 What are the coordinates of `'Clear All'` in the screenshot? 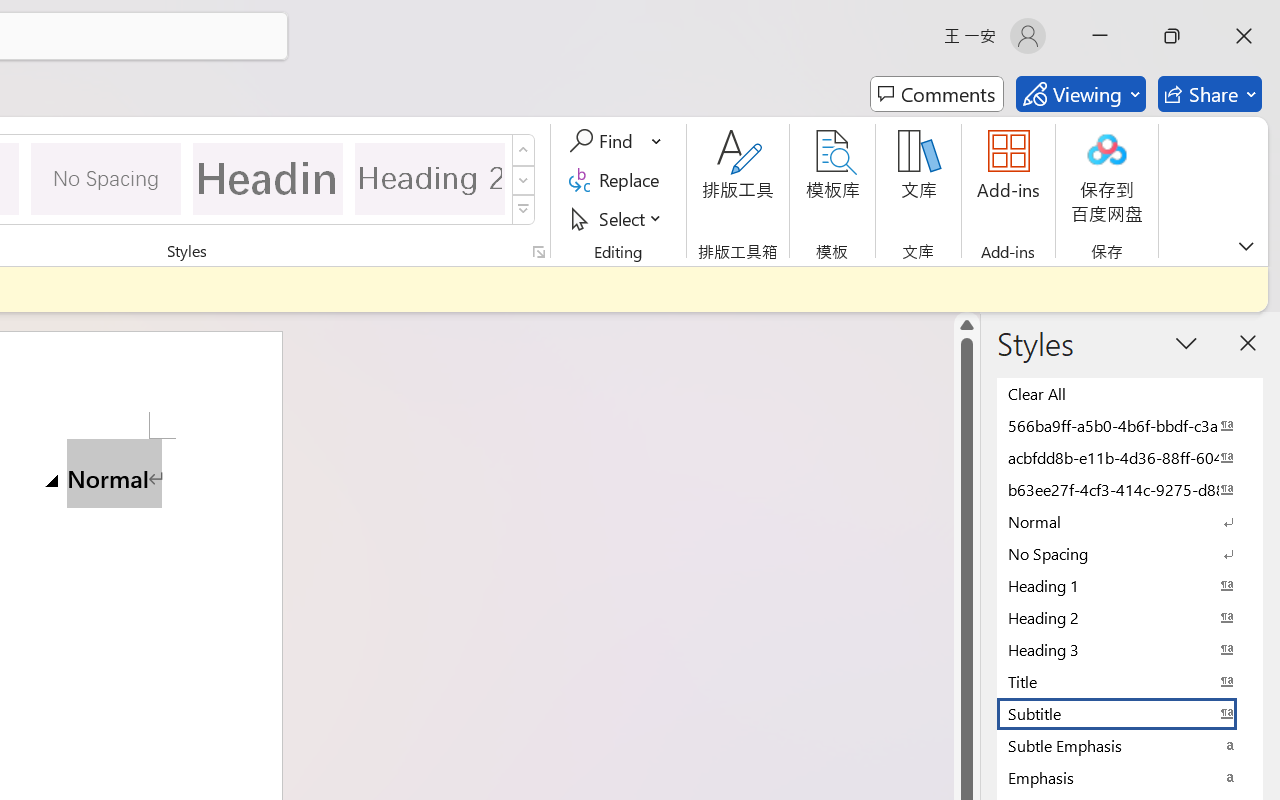 It's located at (1130, 392).